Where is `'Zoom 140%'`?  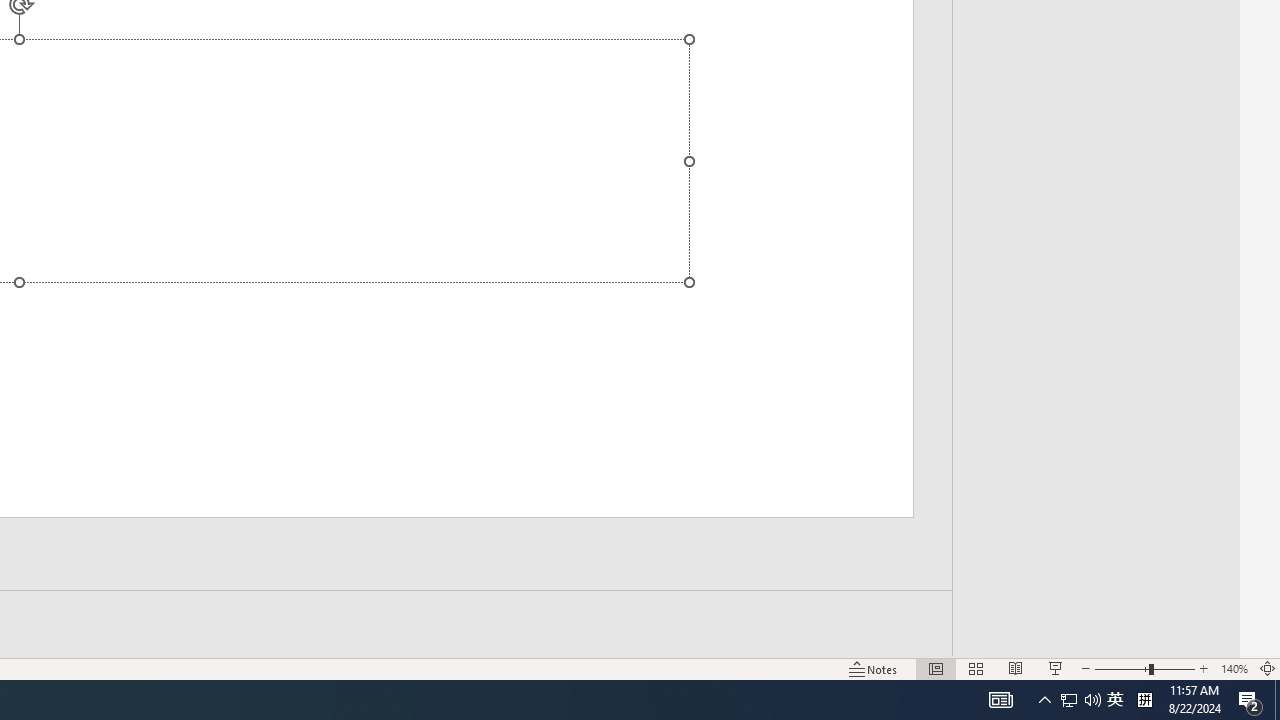 'Zoom 140%' is located at coordinates (1233, 669).